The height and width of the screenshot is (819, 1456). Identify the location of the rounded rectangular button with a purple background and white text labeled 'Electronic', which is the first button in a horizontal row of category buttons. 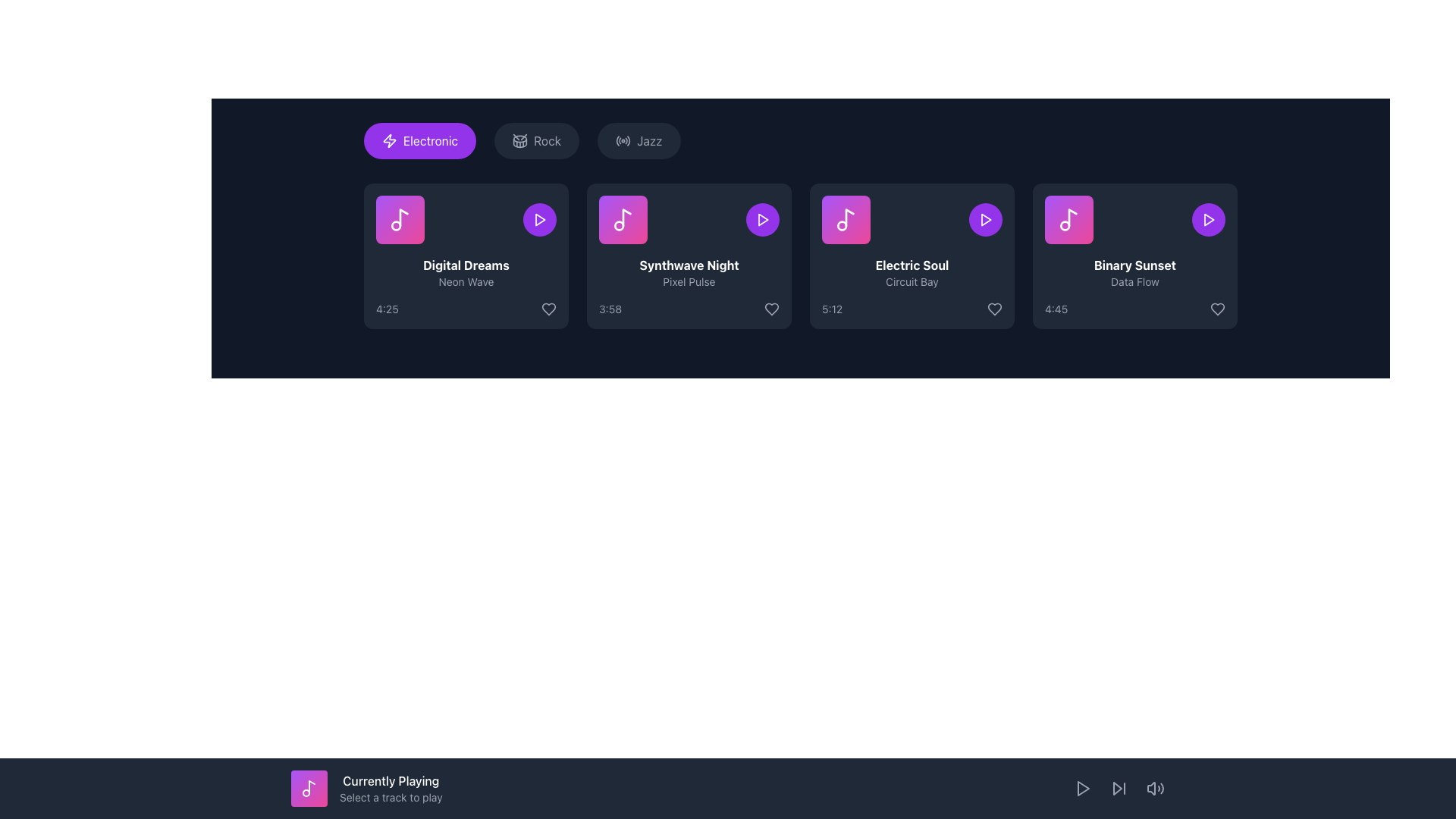
(420, 140).